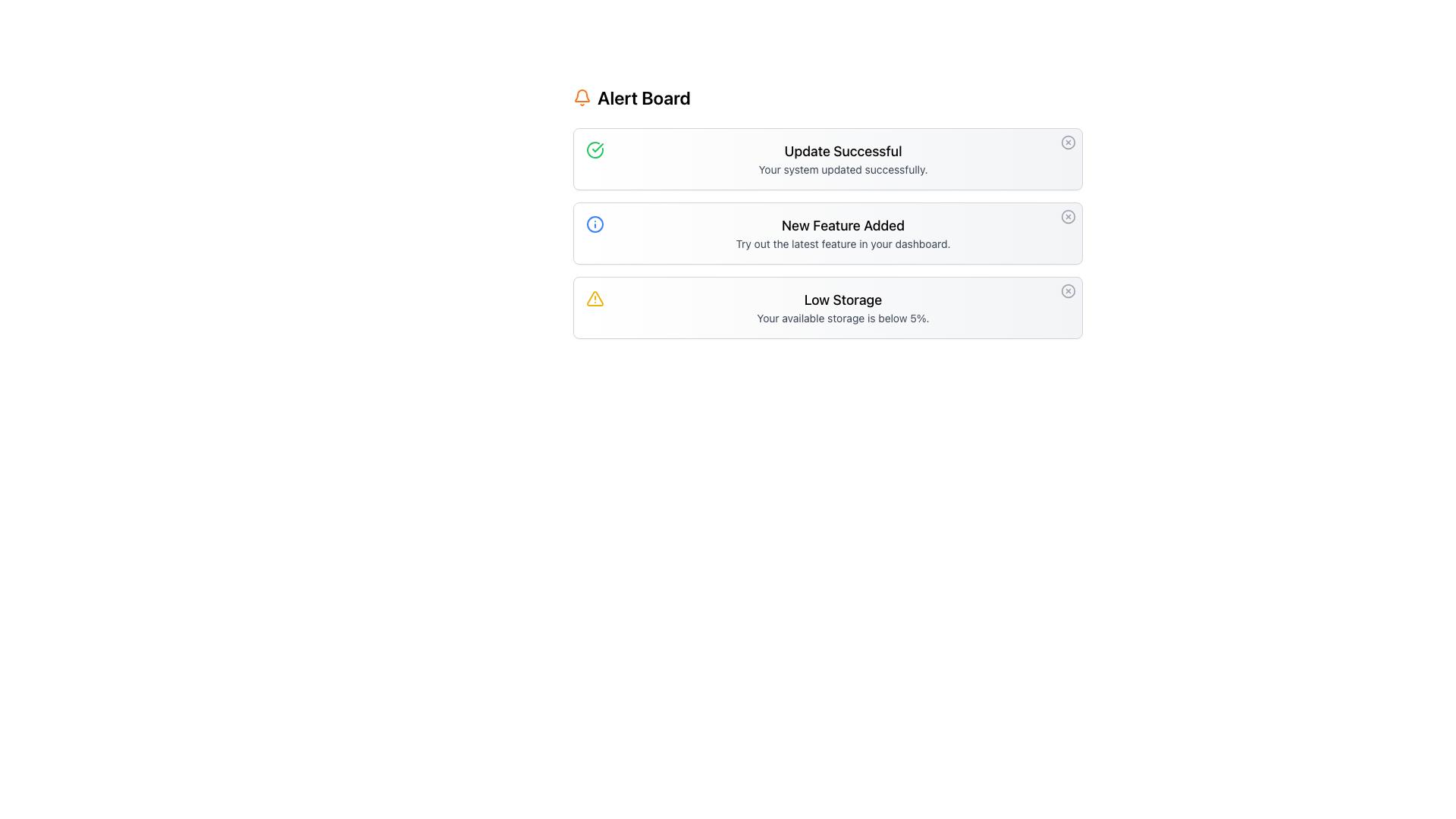 Image resolution: width=1456 pixels, height=819 pixels. What do you see at coordinates (1068, 216) in the screenshot?
I see `the circular SVG element located at the top-right corner of the second notification card` at bounding box center [1068, 216].